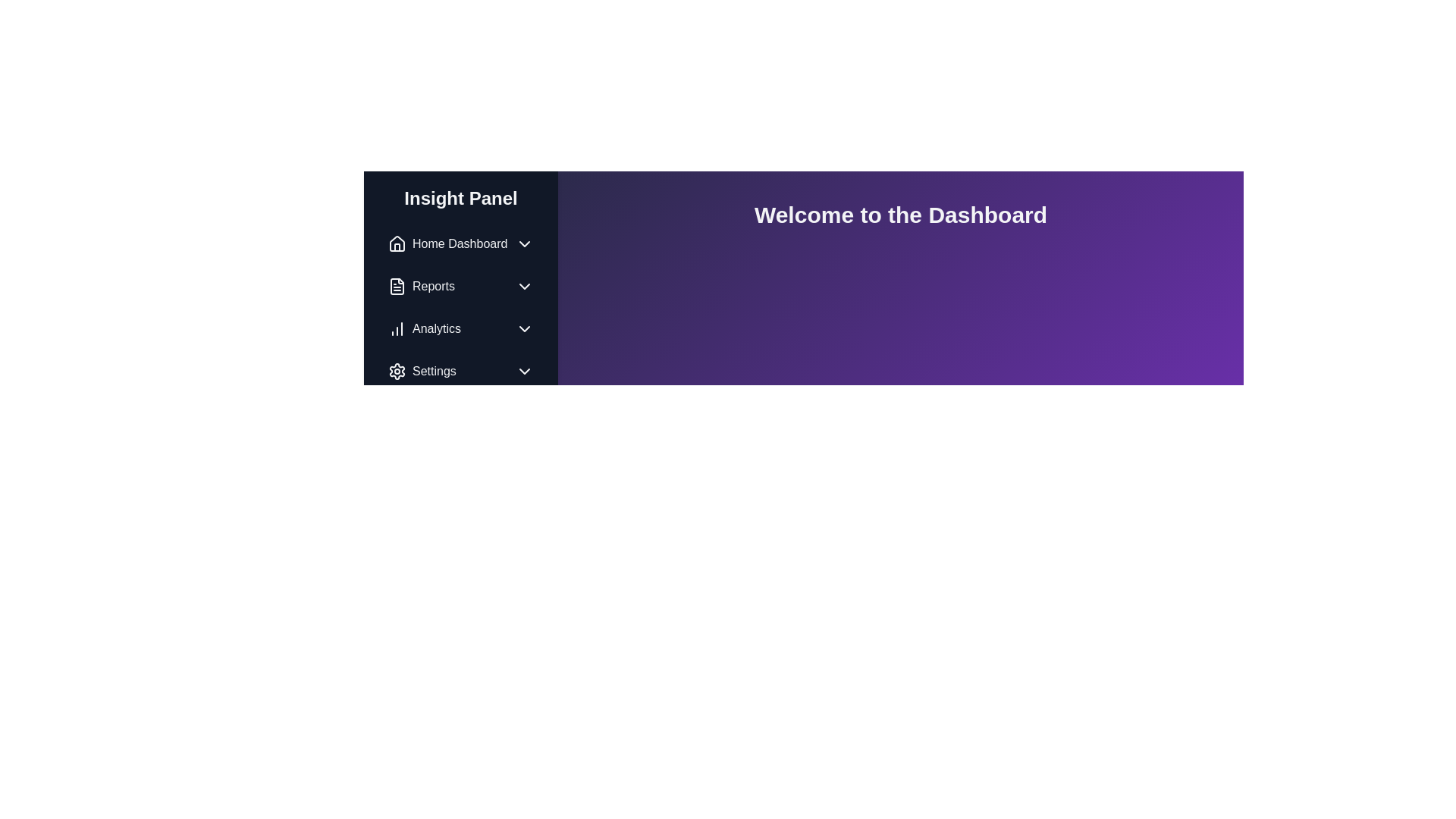 The height and width of the screenshot is (819, 1456). What do you see at coordinates (433, 371) in the screenshot?
I see `the Text Label in the left navigation panel that serves as an identifier for settings, located below 'Home Dashboard,' 'Reports,' and 'Analytics,' and aligned to the right of a gear icon` at bounding box center [433, 371].